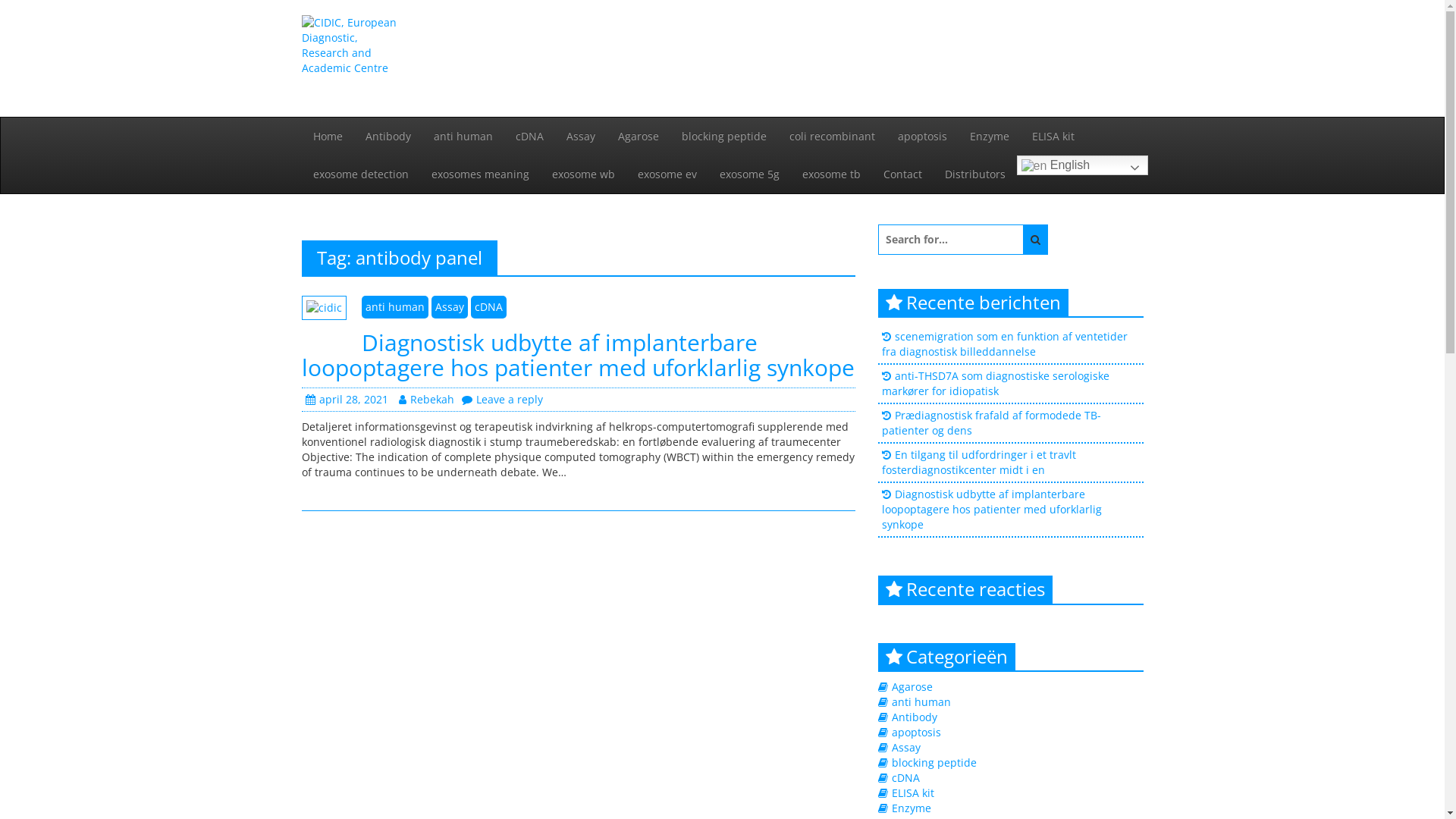 This screenshot has width=1456, height=819. Describe the element at coordinates (974, 174) in the screenshot. I see `'Distributors'` at that location.